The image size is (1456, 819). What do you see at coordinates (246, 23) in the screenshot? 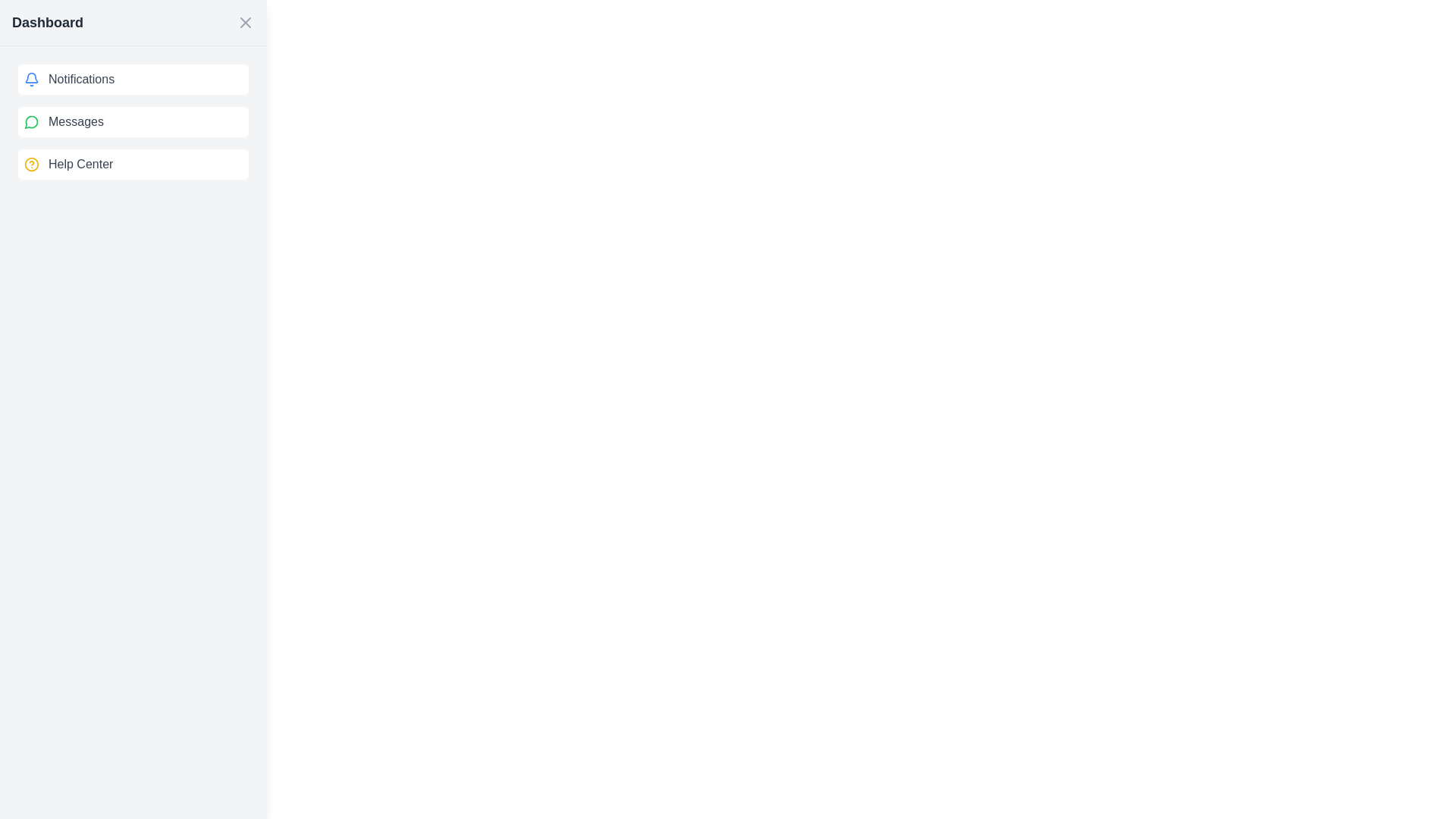
I see `the small 'X' button in the top-right corner of the Dashboard header to observe the color transition effect` at bounding box center [246, 23].